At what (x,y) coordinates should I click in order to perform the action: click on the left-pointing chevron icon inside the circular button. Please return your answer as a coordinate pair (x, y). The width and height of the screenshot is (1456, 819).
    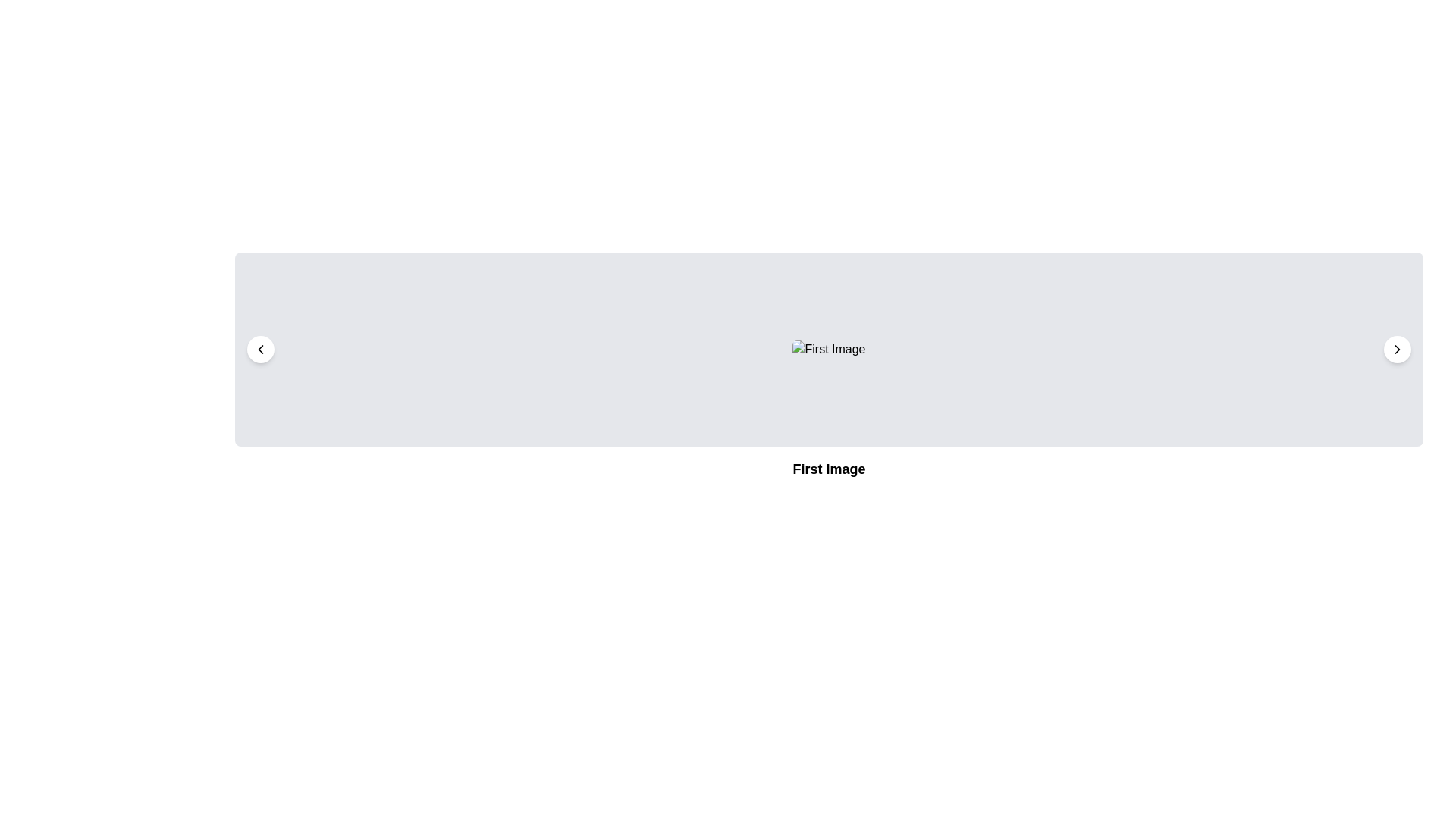
    Looking at the image, I should click on (261, 350).